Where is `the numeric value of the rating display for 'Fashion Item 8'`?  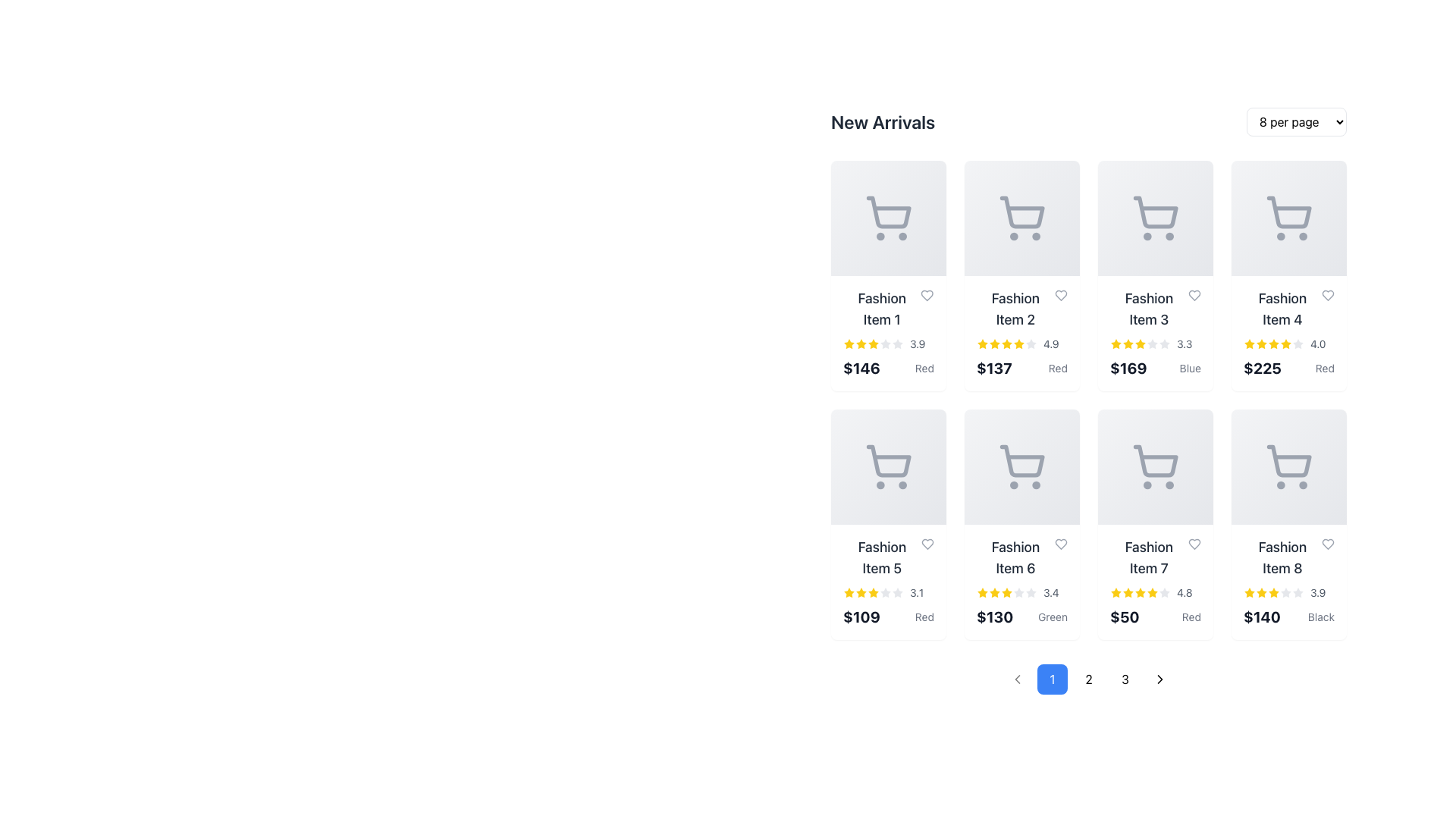 the numeric value of the rating display for 'Fashion Item 8' is located at coordinates (1288, 592).